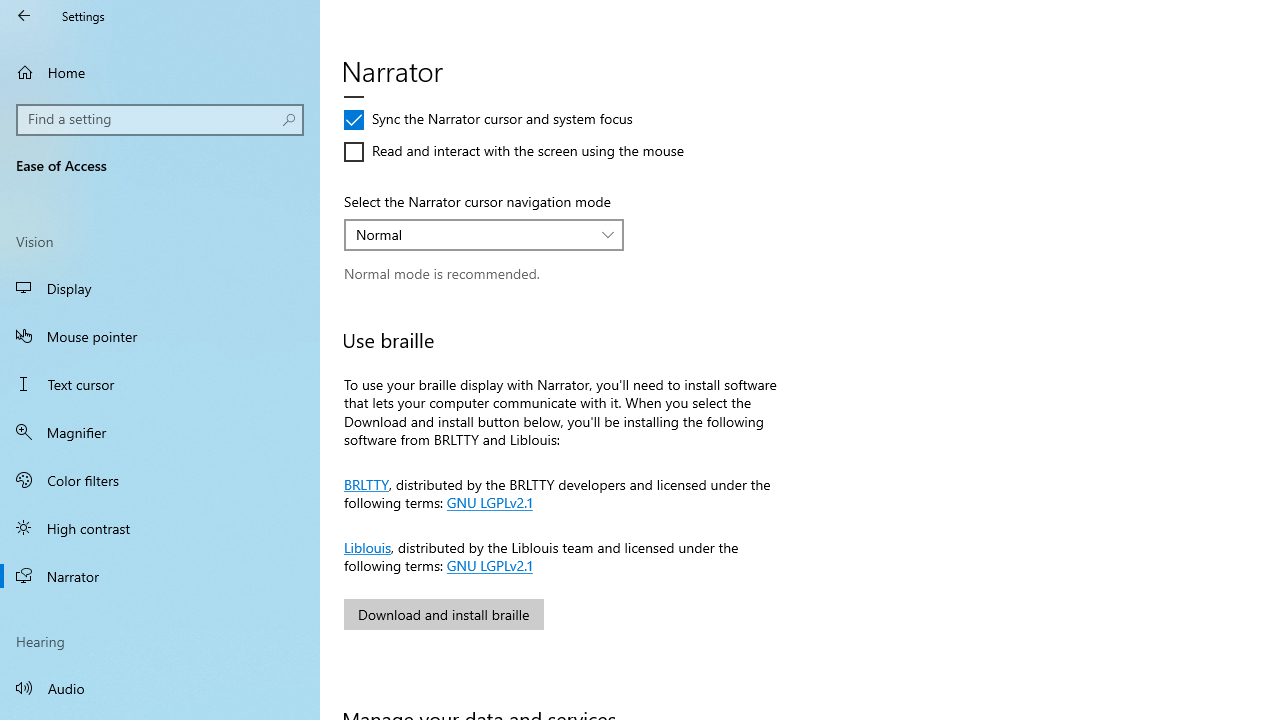  Describe the element at coordinates (443, 613) in the screenshot. I see `'Download and install braille'` at that location.